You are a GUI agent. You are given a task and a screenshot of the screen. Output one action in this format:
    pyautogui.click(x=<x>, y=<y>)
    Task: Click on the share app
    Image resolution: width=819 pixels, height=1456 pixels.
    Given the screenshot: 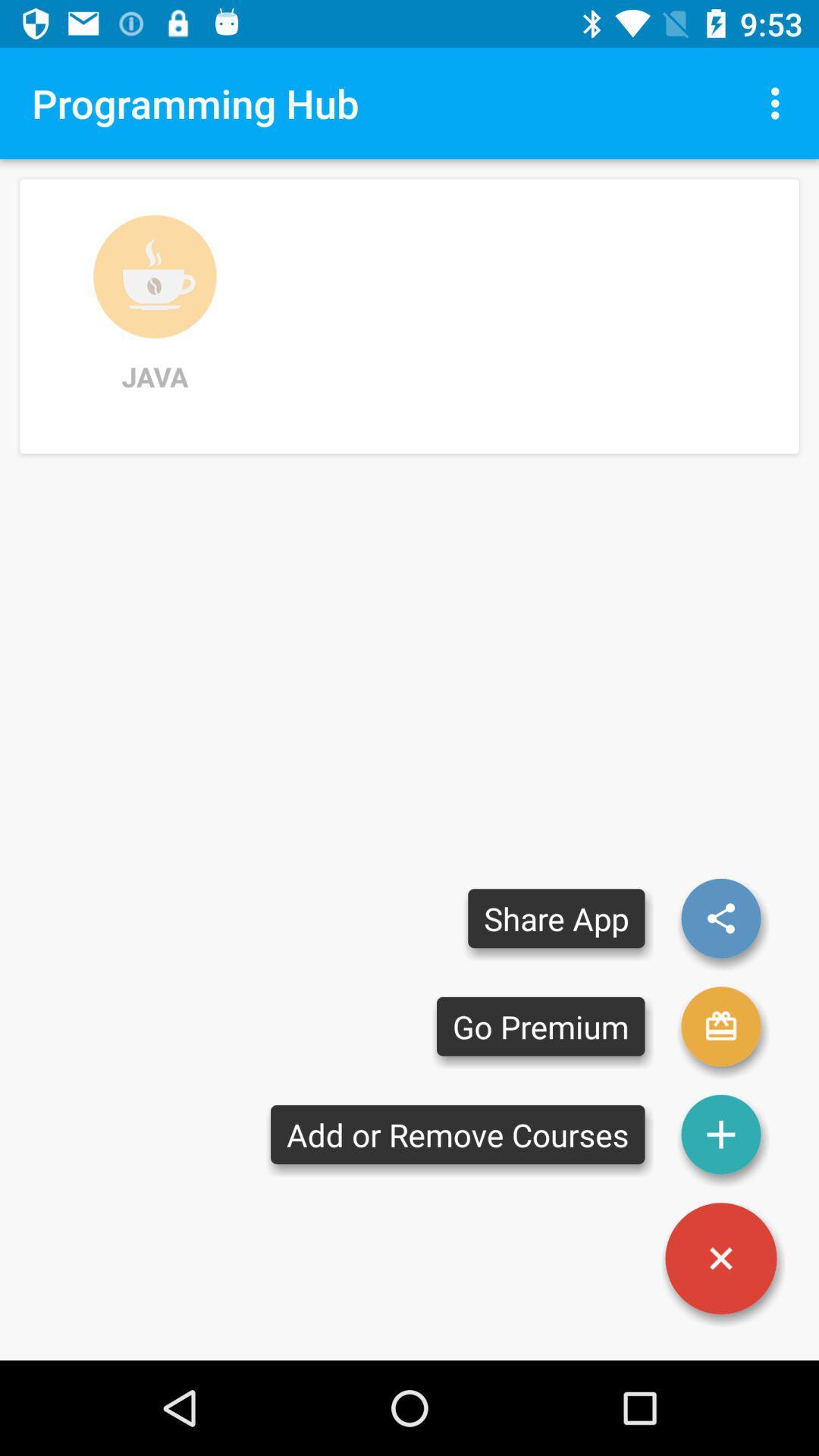 What is the action you would take?
    pyautogui.click(x=720, y=918)
    